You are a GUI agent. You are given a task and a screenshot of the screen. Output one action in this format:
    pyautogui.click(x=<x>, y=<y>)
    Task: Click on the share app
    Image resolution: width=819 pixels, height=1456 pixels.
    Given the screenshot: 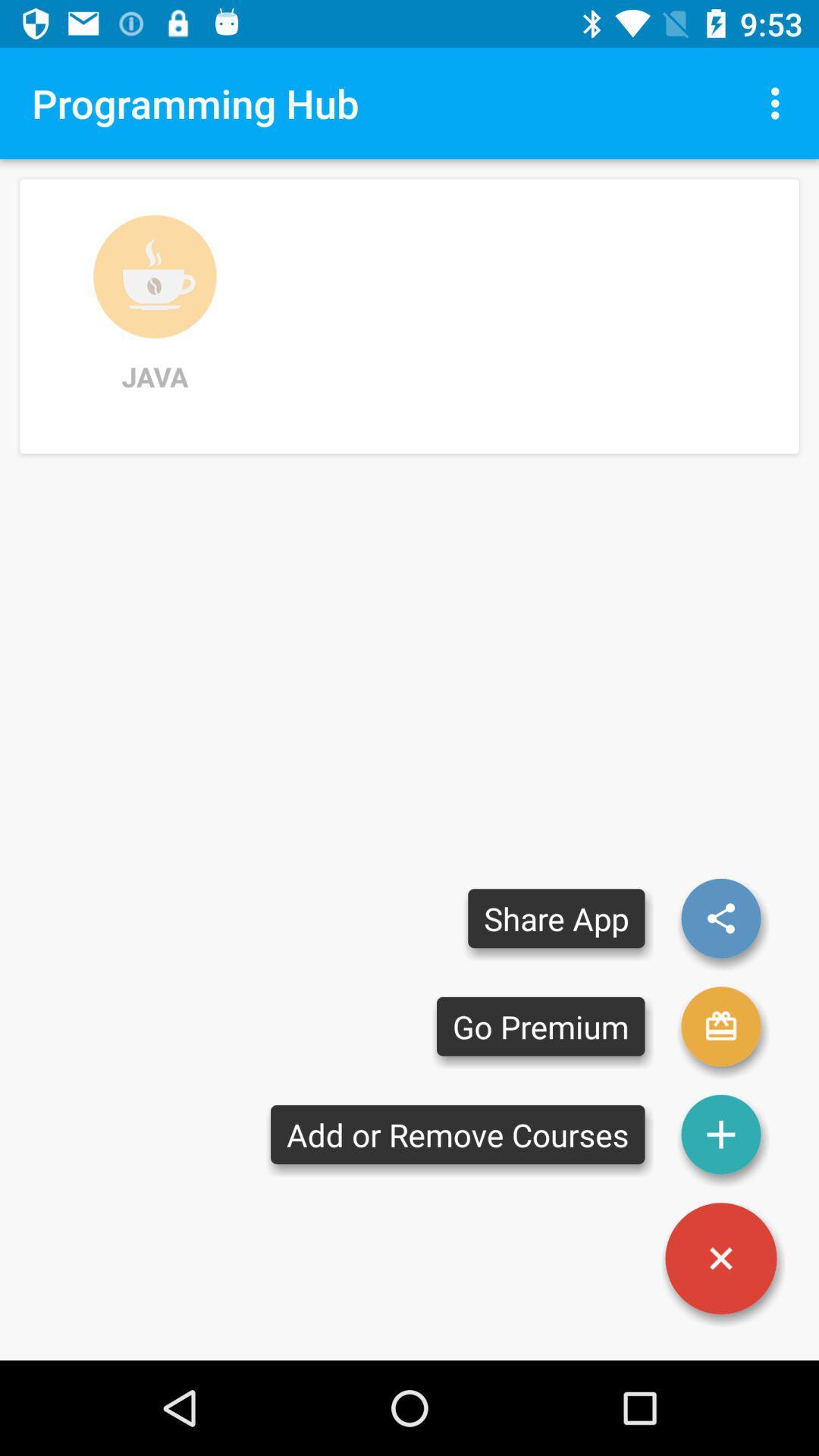 What is the action you would take?
    pyautogui.click(x=720, y=918)
    